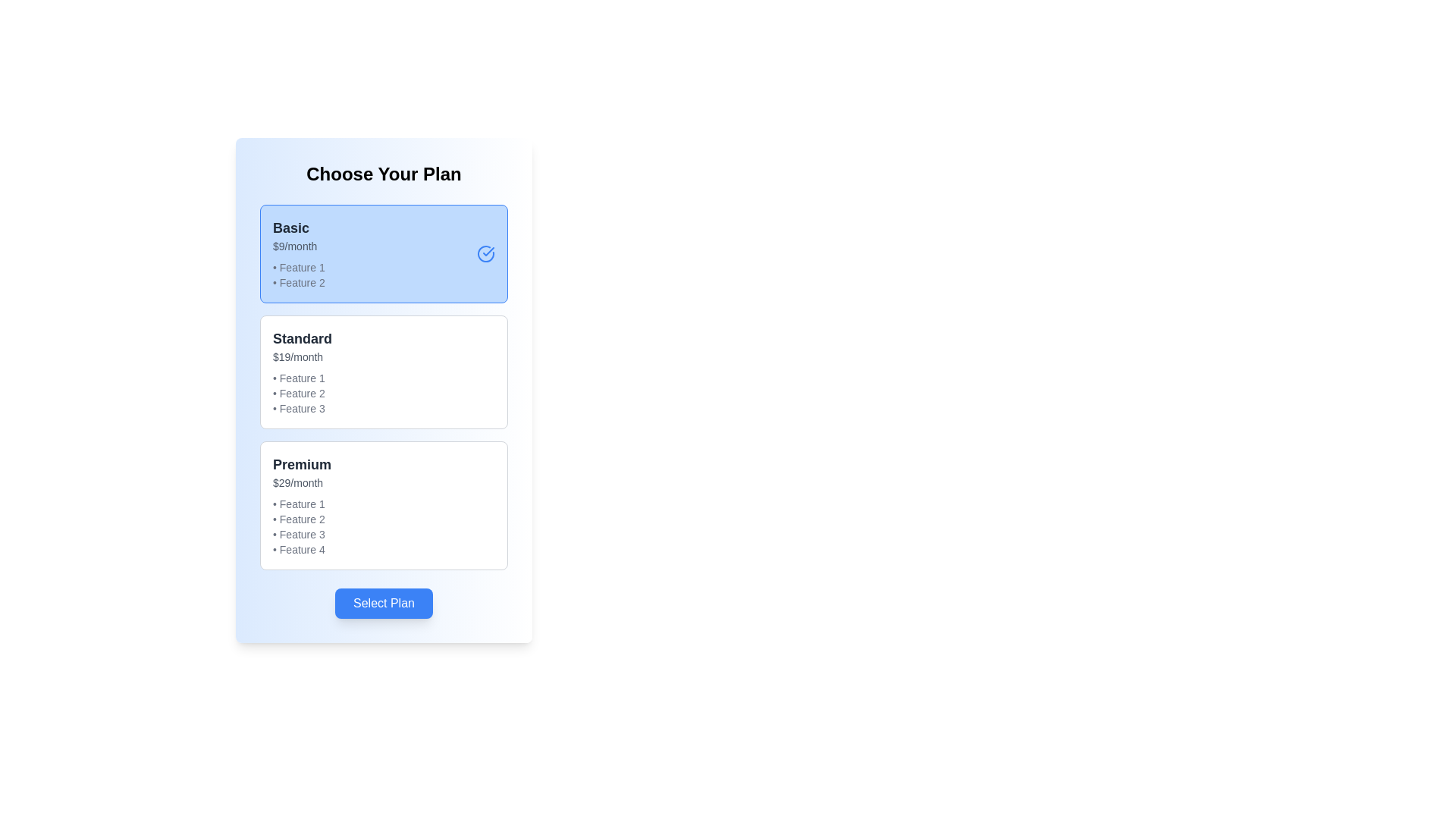 The width and height of the screenshot is (1456, 819). What do you see at coordinates (302, 393) in the screenshot?
I see `the text block containing three bullet-pointed lines in small gray text located in the 'Standard' plan section beneath the title and price details` at bounding box center [302, 393].